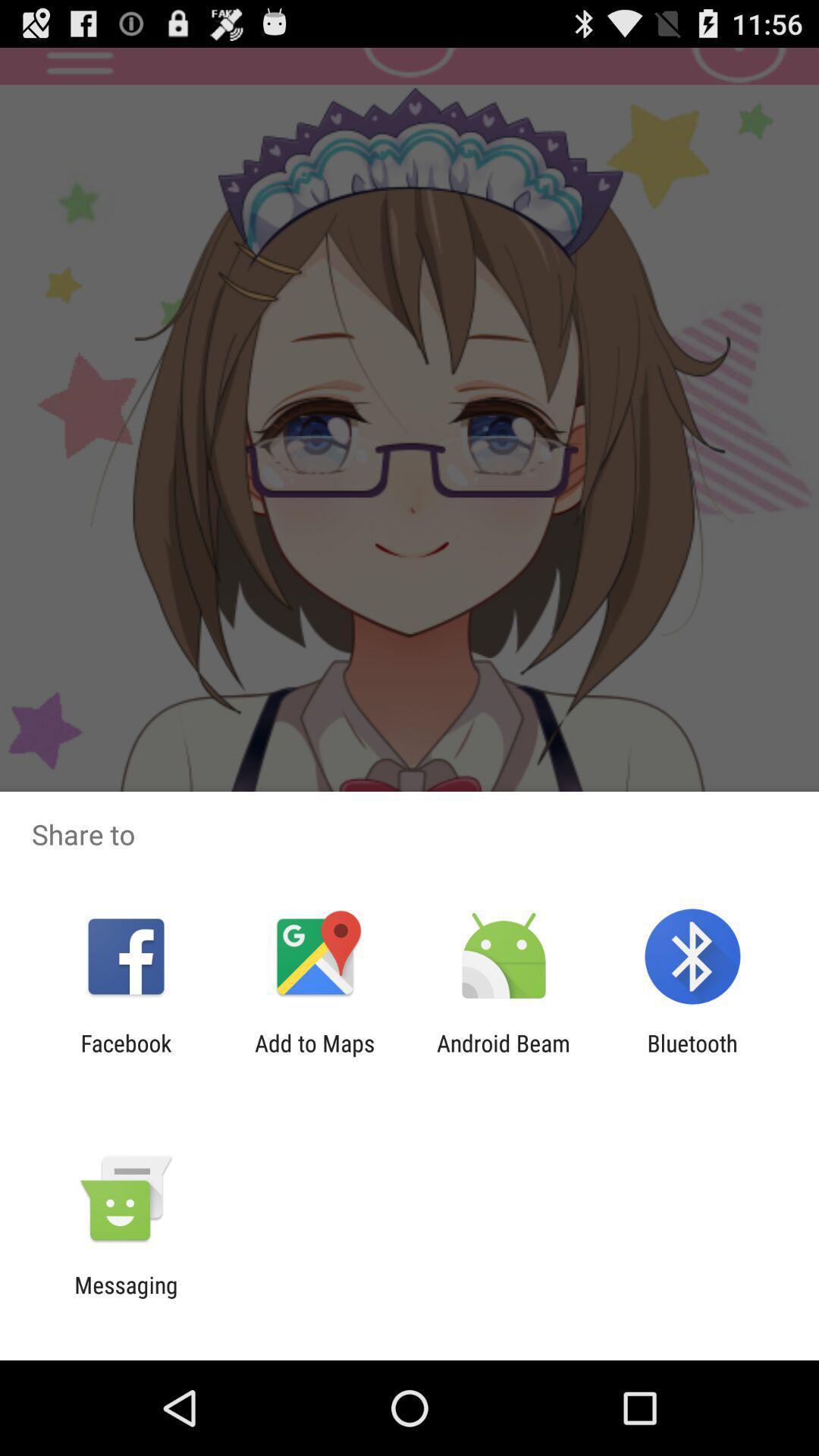  I want to click on the app to the left of android beam app, so click(314, 1056).